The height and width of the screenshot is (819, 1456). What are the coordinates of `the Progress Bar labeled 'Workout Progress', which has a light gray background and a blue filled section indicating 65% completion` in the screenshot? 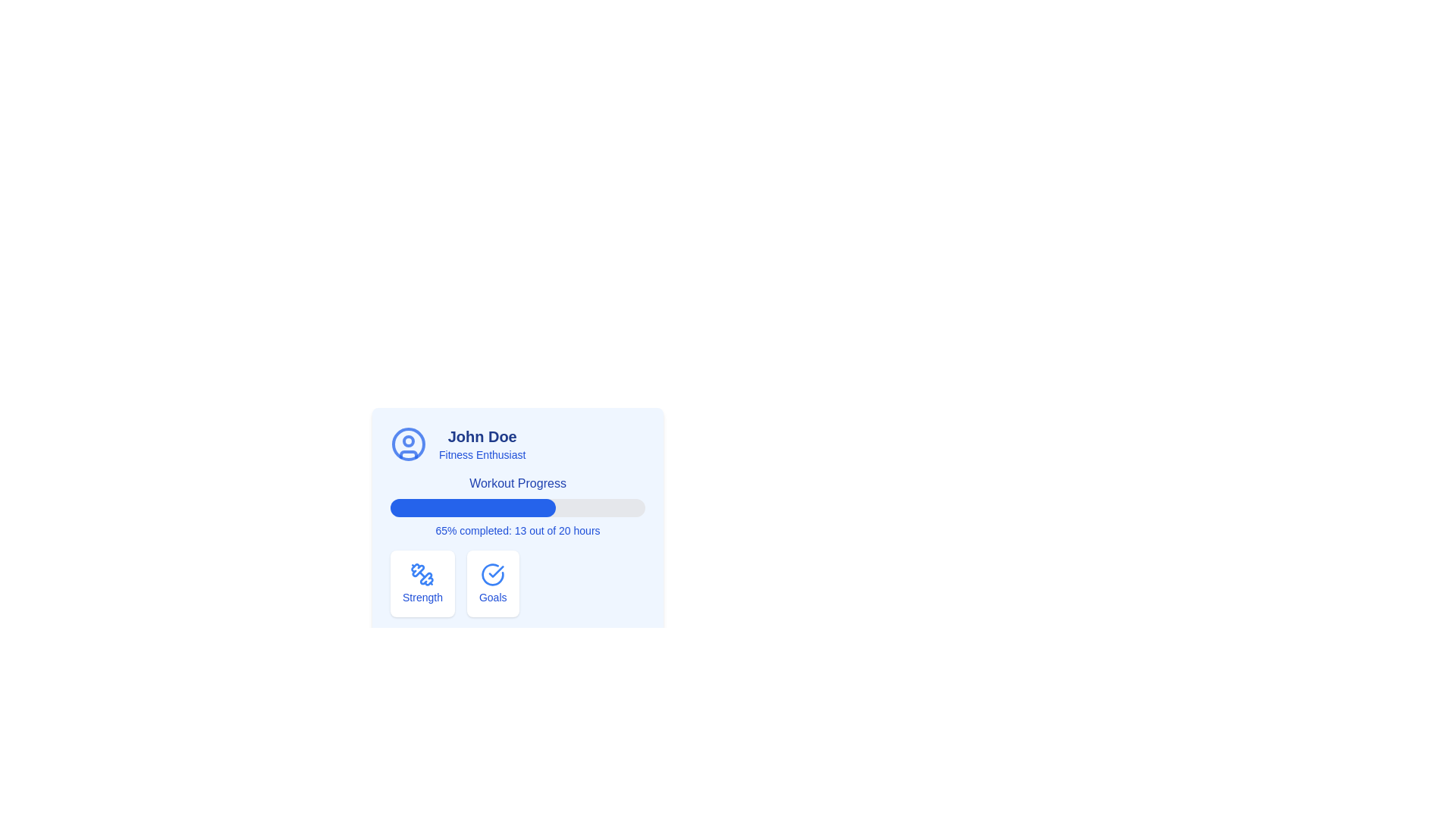 It's located at (517, 506).